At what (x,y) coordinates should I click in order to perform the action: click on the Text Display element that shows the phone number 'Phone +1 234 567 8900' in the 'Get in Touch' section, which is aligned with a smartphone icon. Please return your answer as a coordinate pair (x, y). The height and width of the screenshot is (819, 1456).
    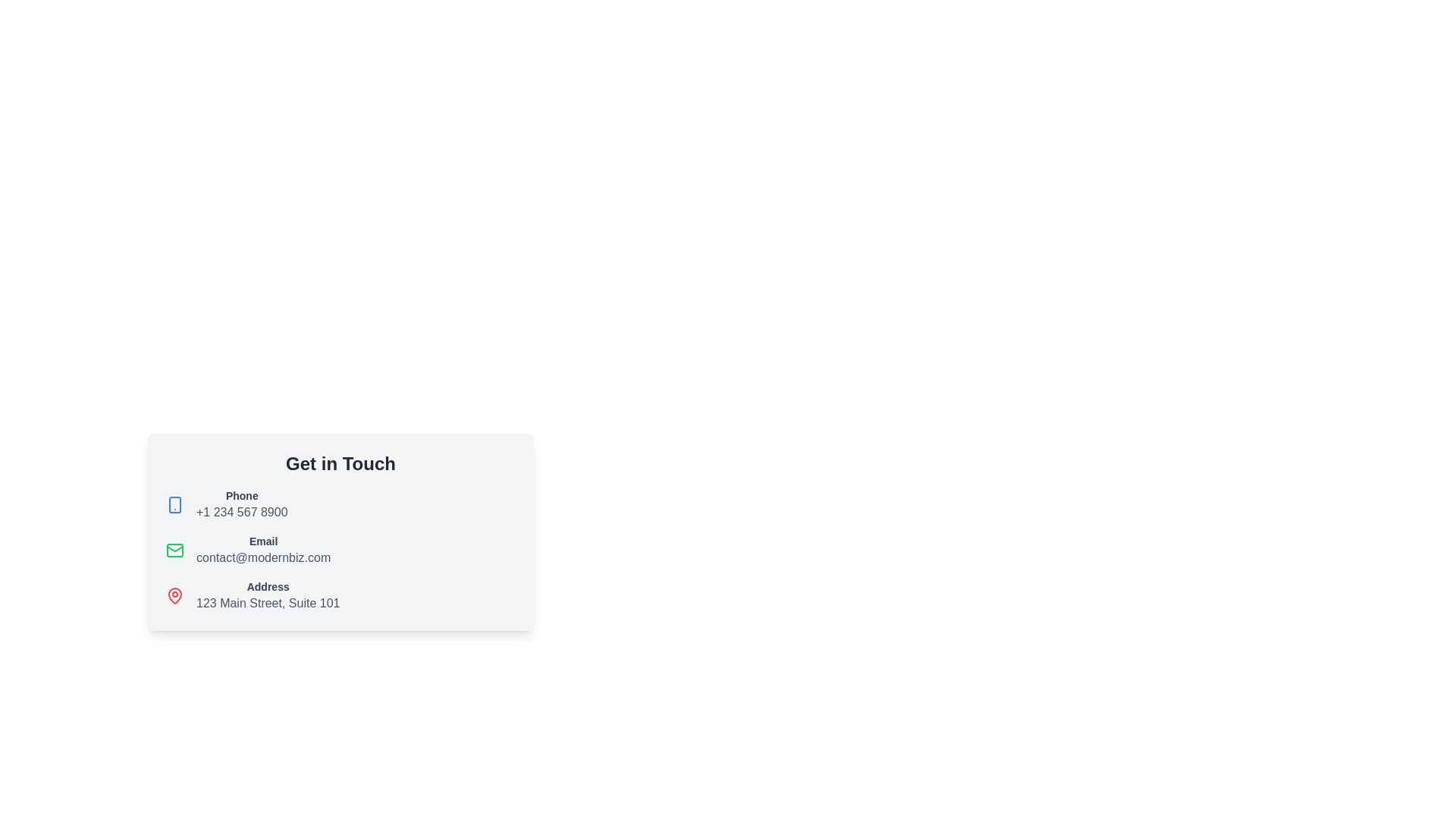
    Looking at the image, I should click on (241, 505).